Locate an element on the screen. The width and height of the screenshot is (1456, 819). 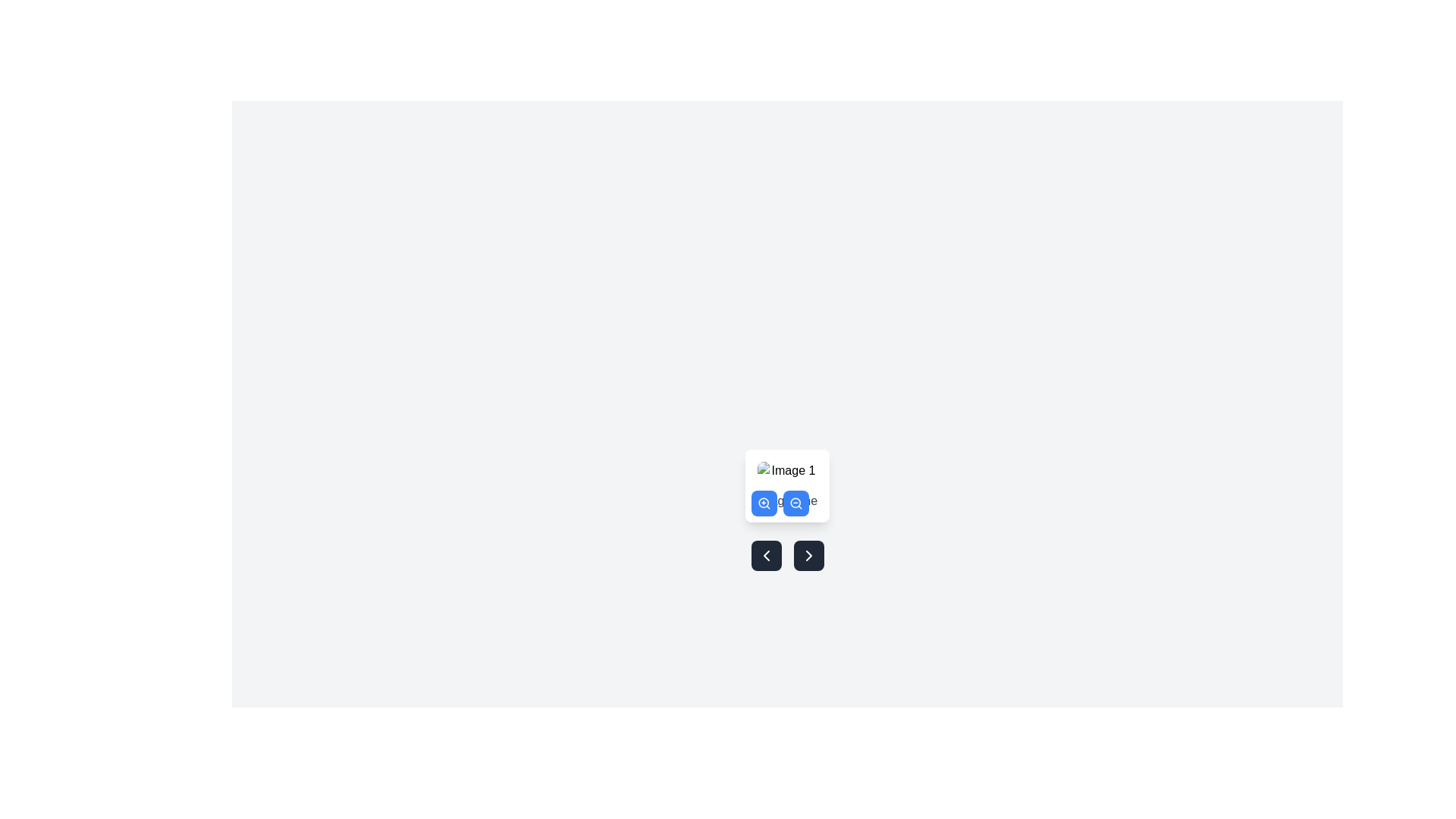
the rightward-facing chevron icon inside the rounded rectangular button is located at coordinates (808, 555).